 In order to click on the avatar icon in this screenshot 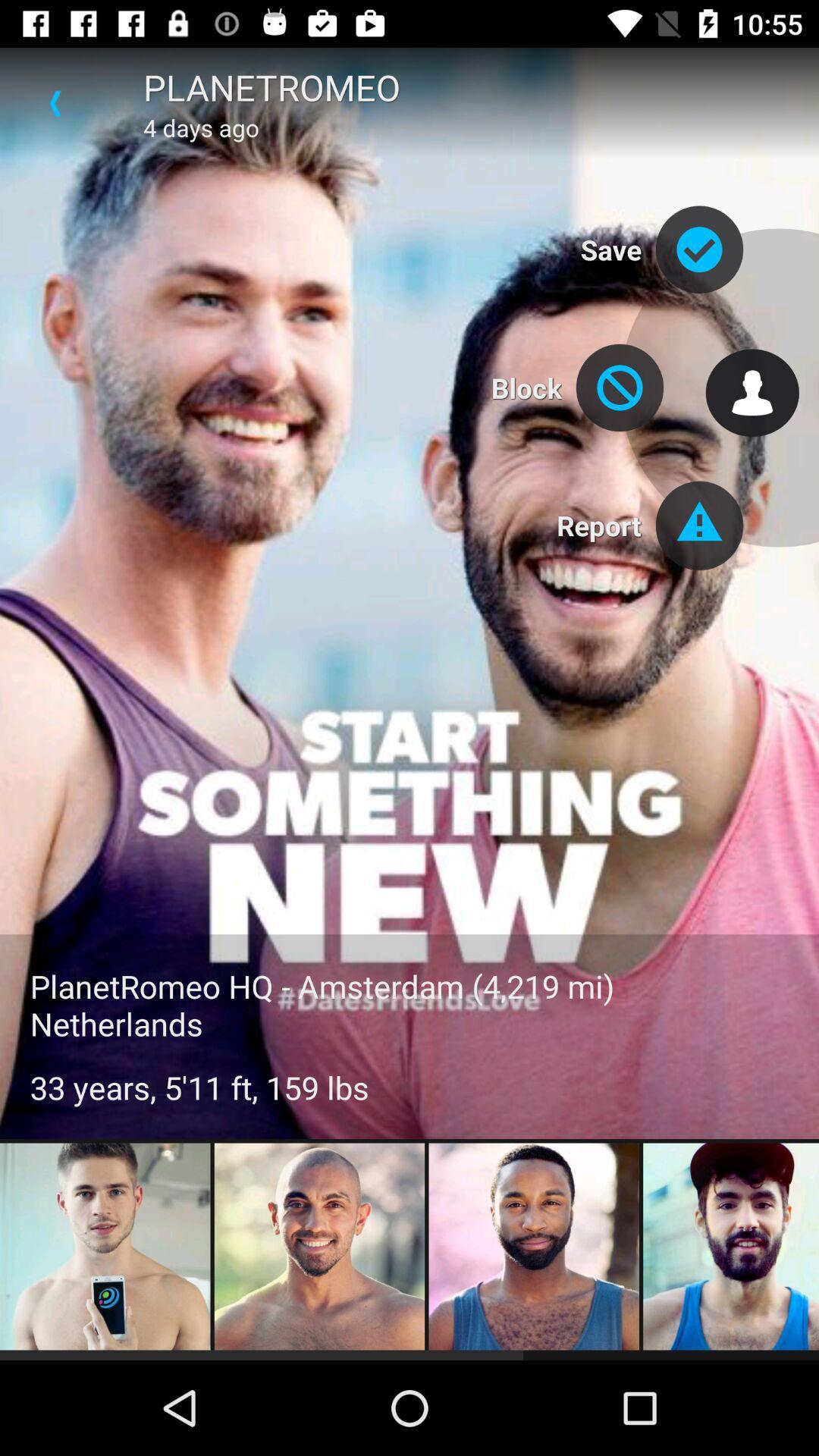, I will do `click(752, 393)`.